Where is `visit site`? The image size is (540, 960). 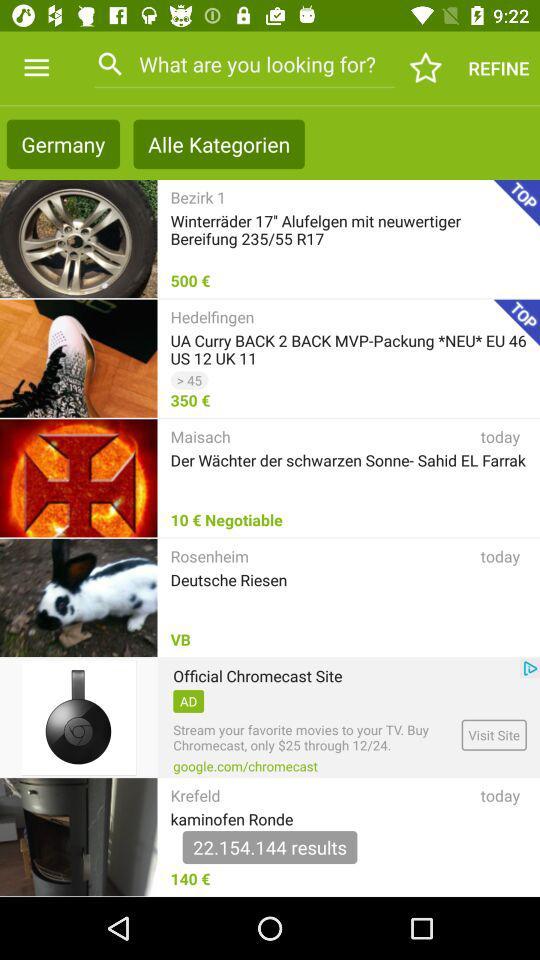 visit site is located at coordinates (493, 734).